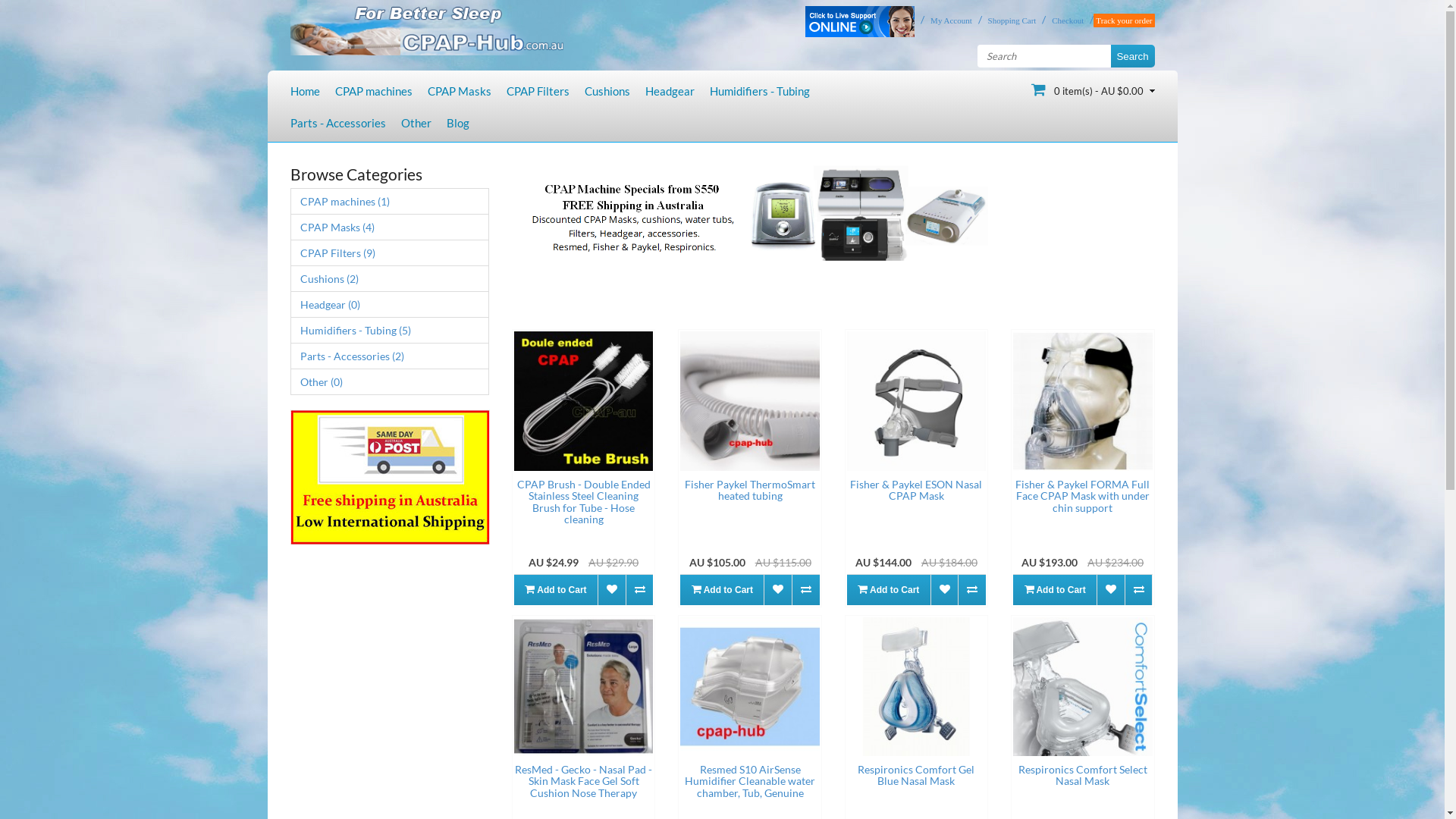  Describe the element at coordinates (915, 686) in the screenshot. I see `'Respironics Comfort Gel Blue Nasal Mask'` at that location.